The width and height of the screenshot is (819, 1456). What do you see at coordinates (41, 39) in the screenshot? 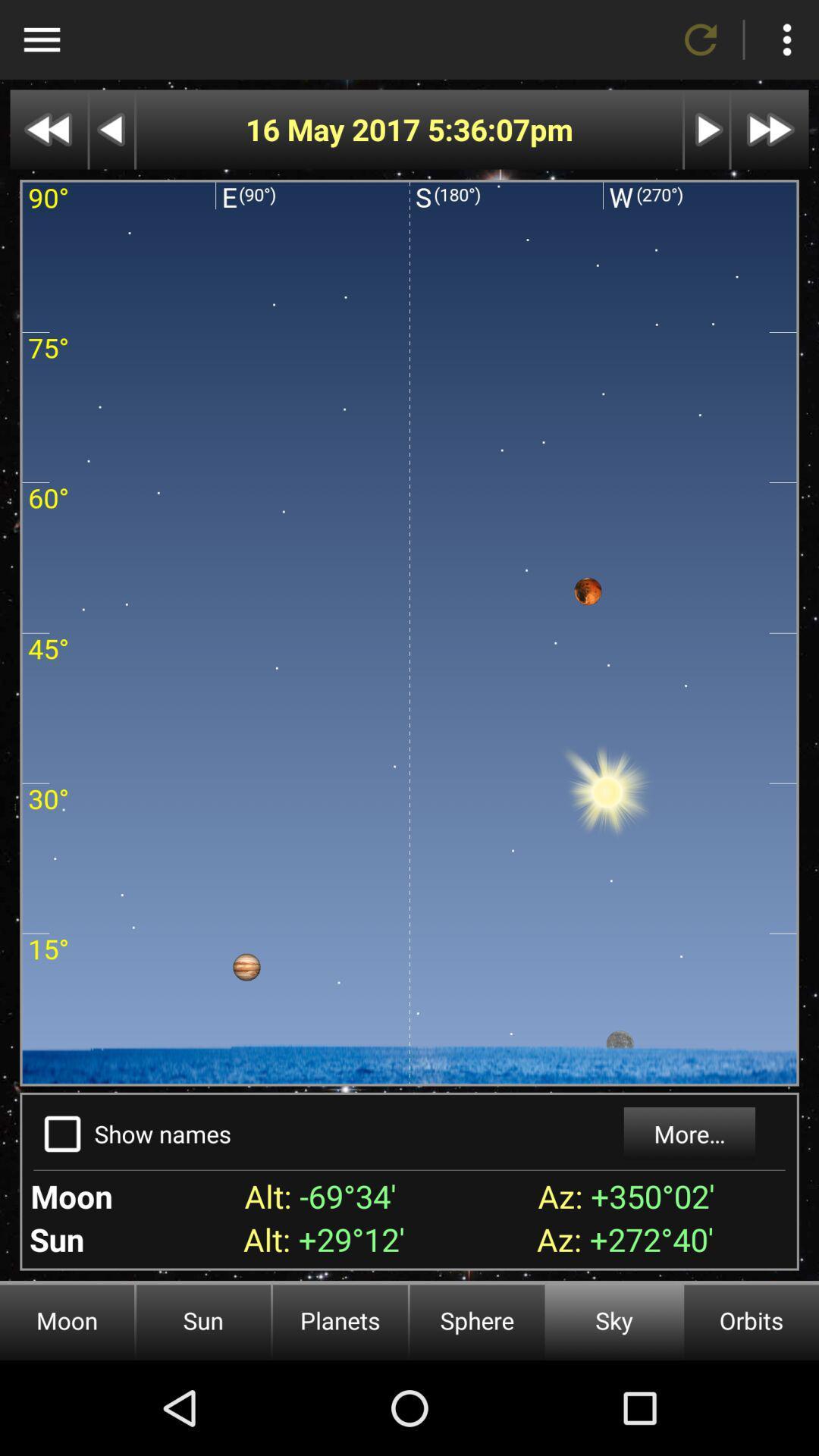
I see `access menu` at bounding box center [41, 39].